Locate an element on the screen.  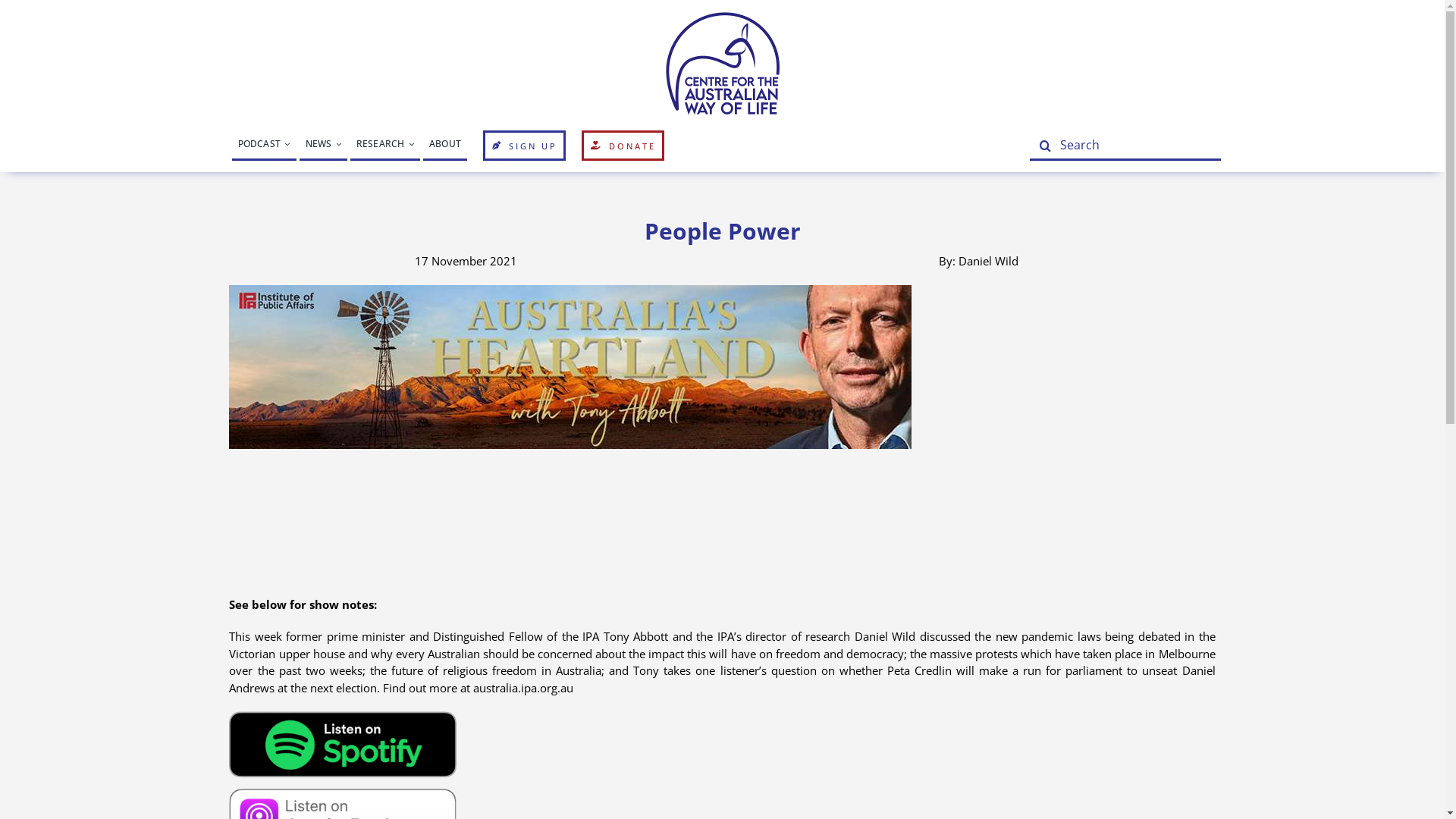
'ABOUT' is located at coordinates (444, 146).